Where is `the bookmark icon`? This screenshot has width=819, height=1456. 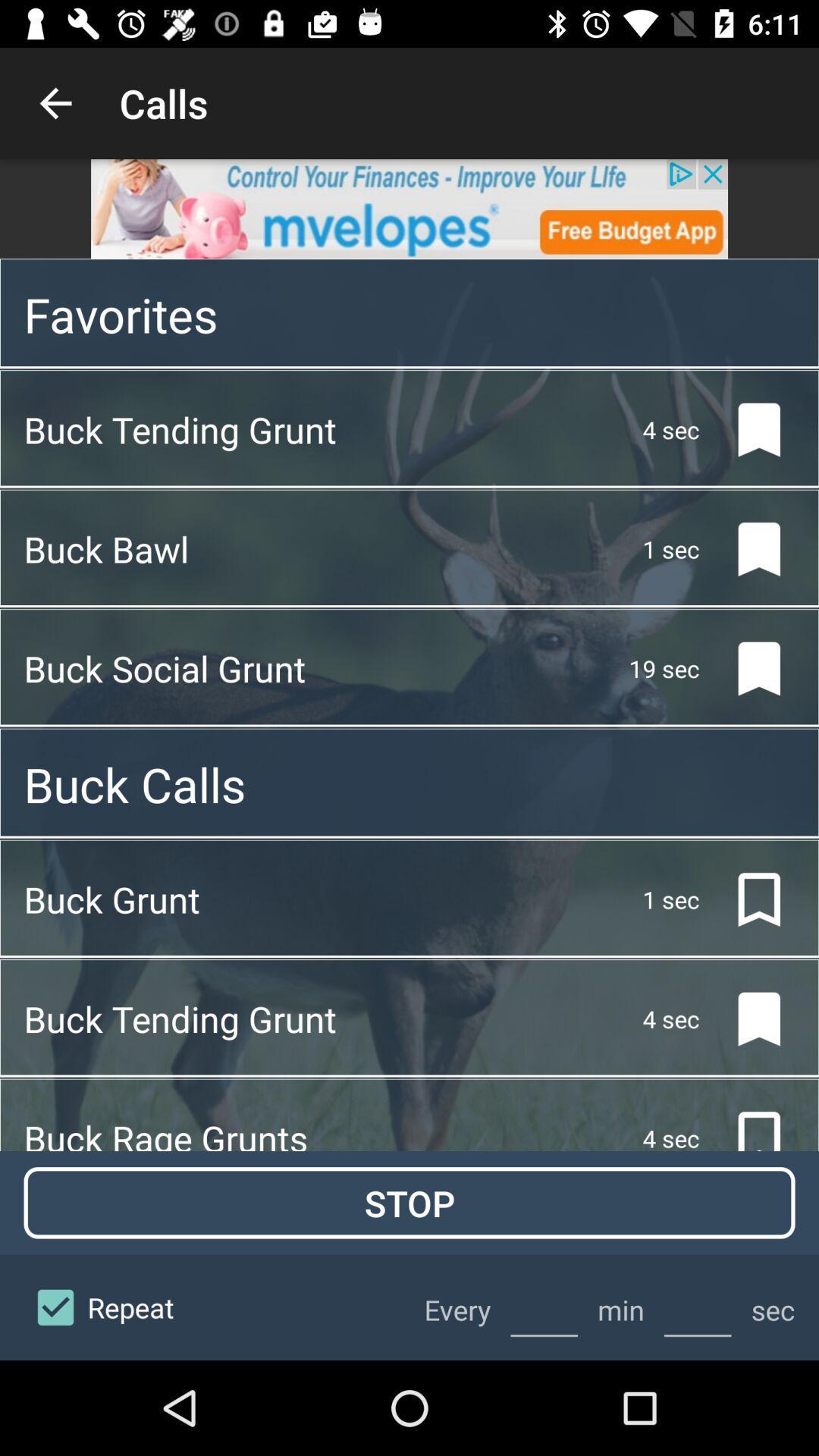
the bookmark icon is located at coordinates (746, 428).